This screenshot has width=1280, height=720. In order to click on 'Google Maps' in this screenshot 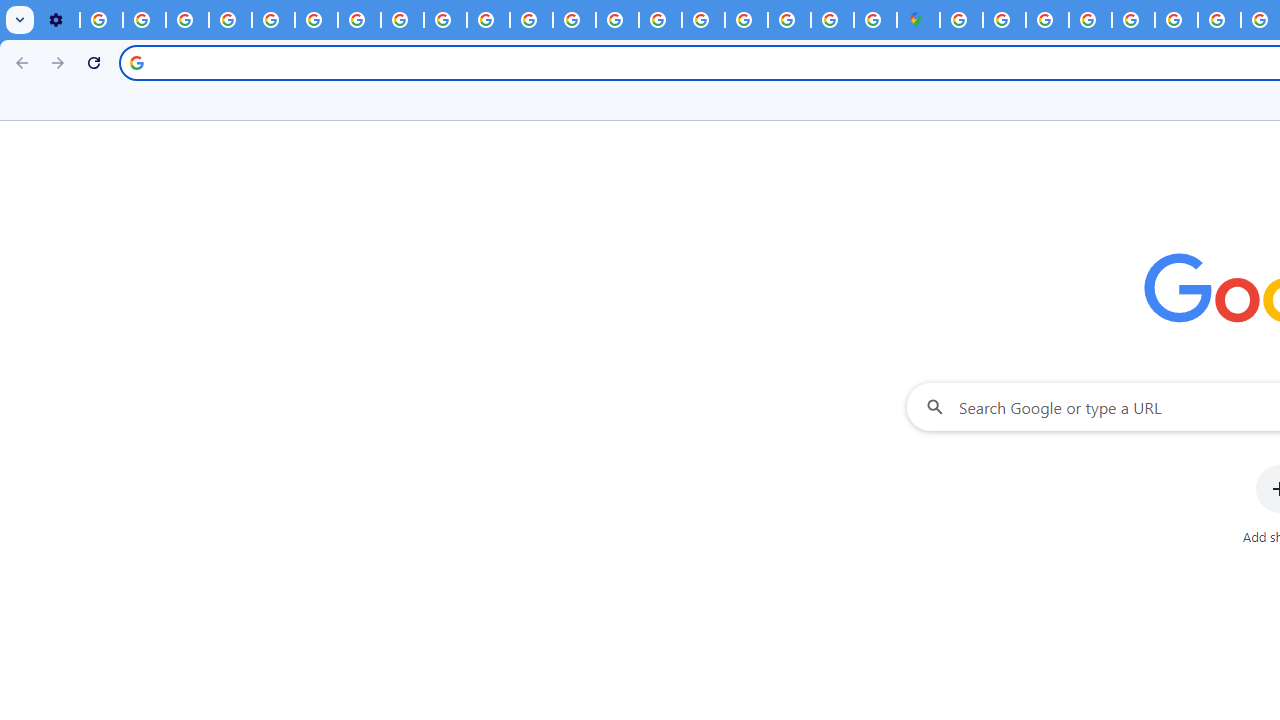, I will do `click(917, 20)`.